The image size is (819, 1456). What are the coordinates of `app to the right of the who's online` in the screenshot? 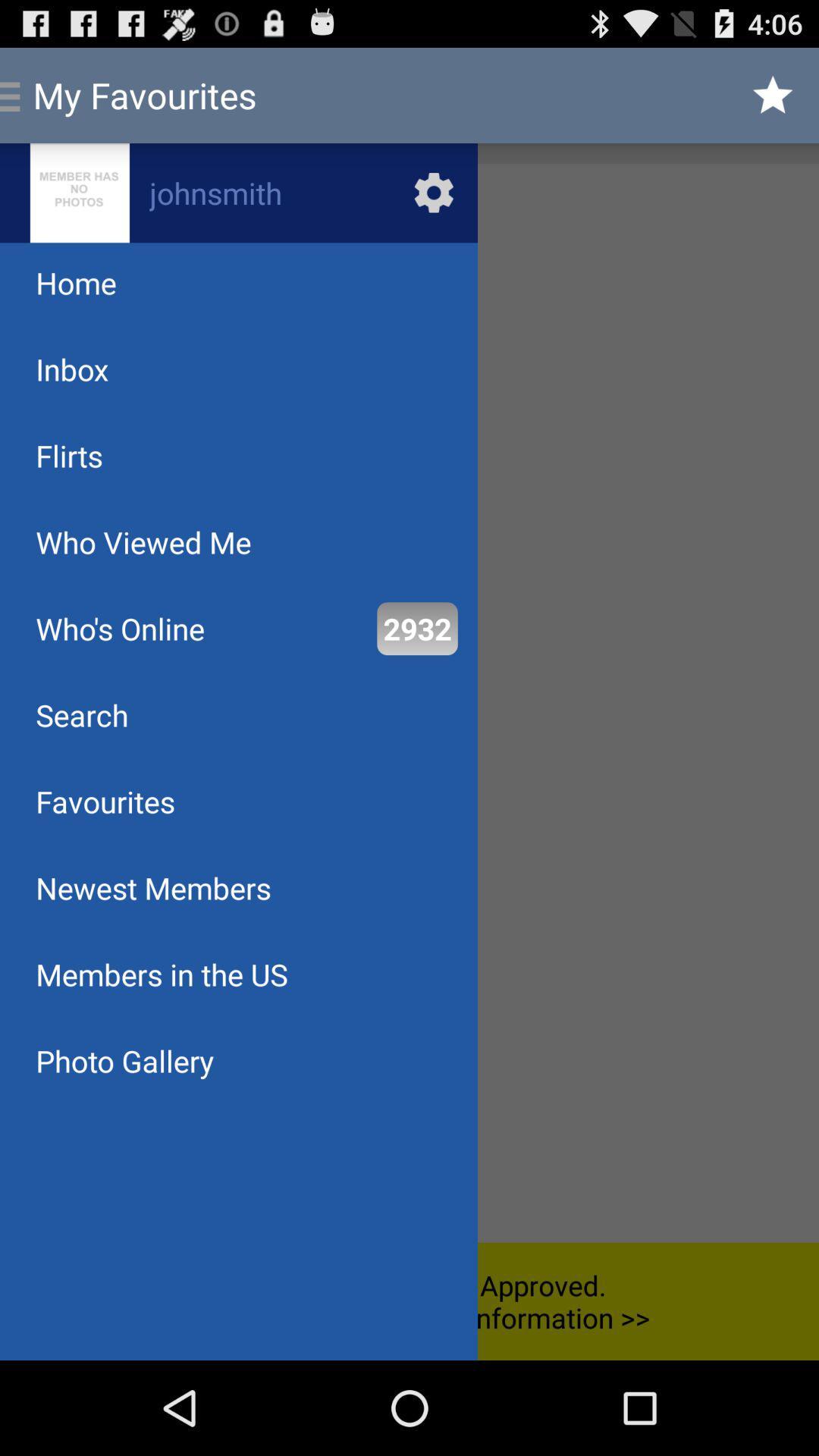 It's located at (417, 629).